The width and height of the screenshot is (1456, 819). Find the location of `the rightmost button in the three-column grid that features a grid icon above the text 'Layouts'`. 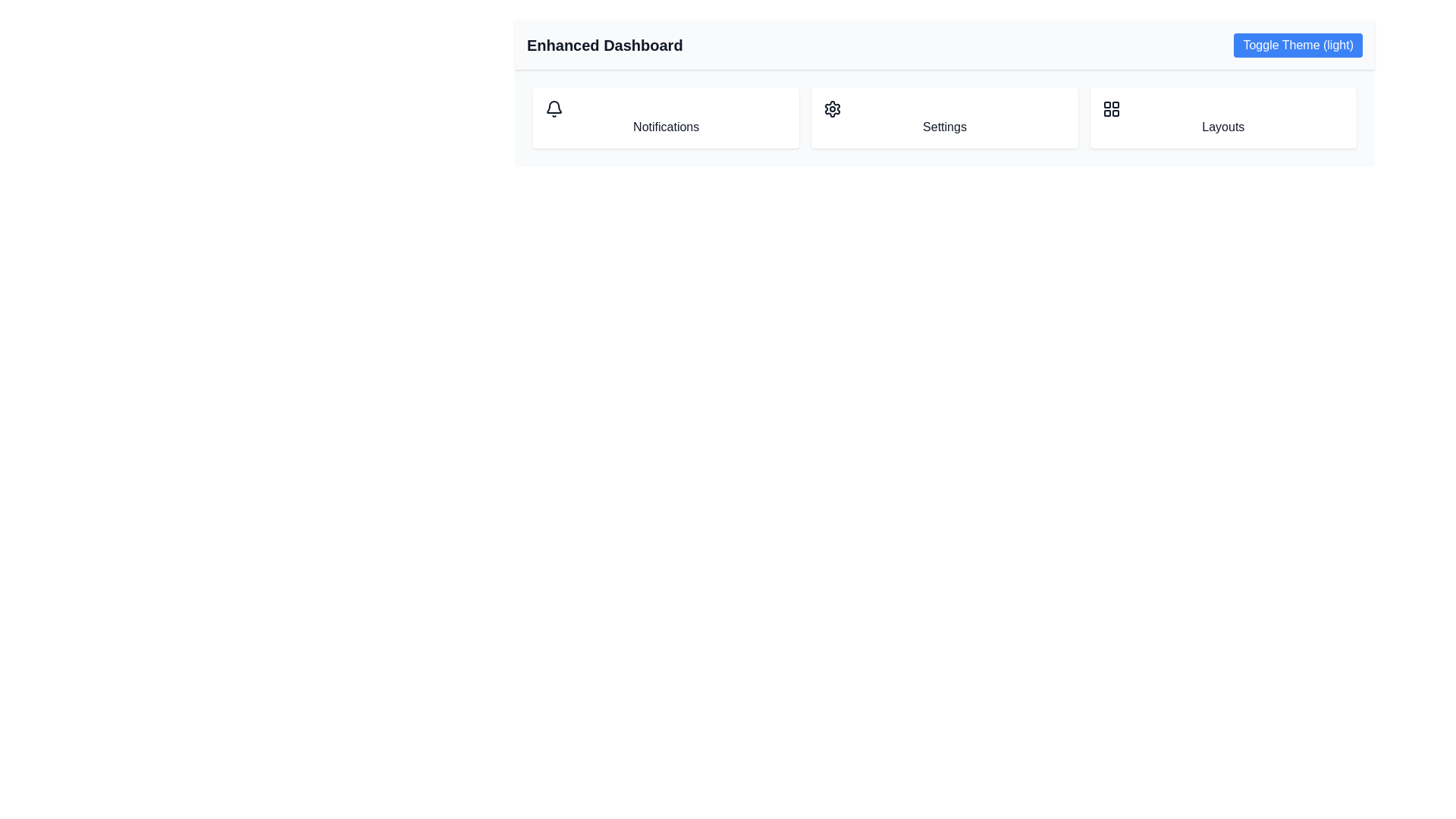

the rightmost button in the three-column grid that features a grid icon above the text 'Layouts' is located at coordinates (1223, 117).